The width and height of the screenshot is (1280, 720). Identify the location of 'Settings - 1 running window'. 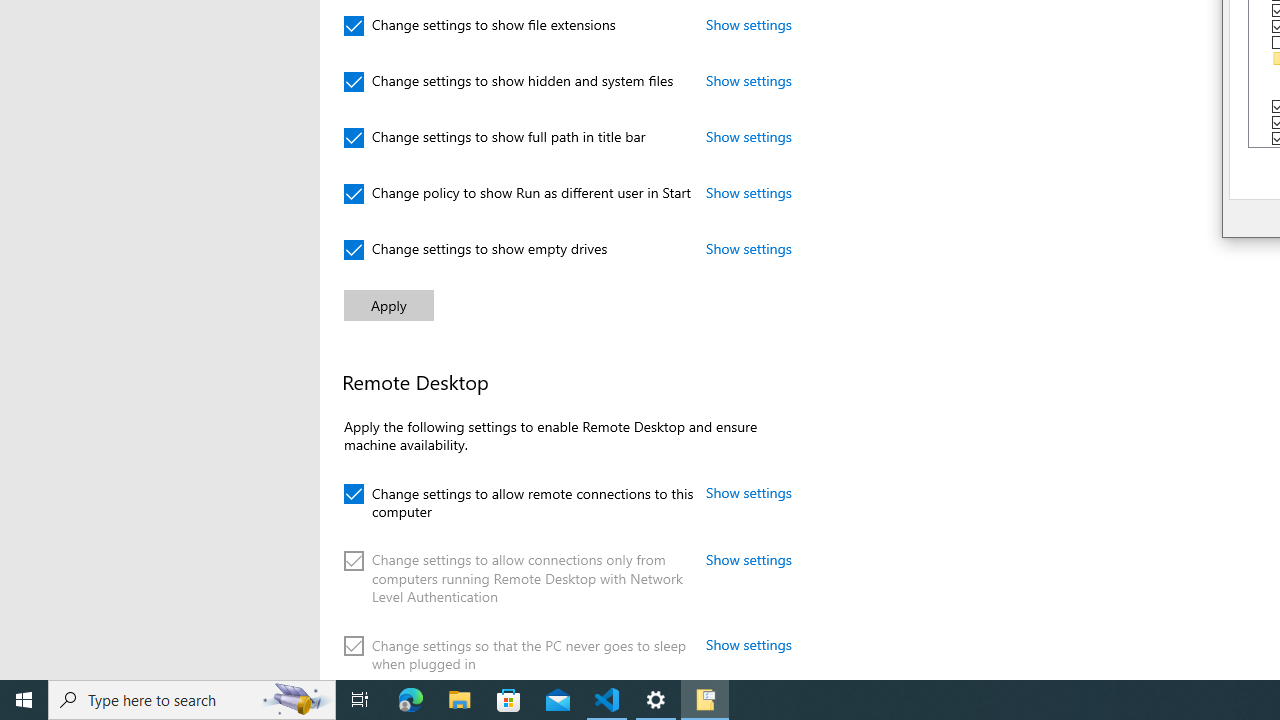
(656, 698).